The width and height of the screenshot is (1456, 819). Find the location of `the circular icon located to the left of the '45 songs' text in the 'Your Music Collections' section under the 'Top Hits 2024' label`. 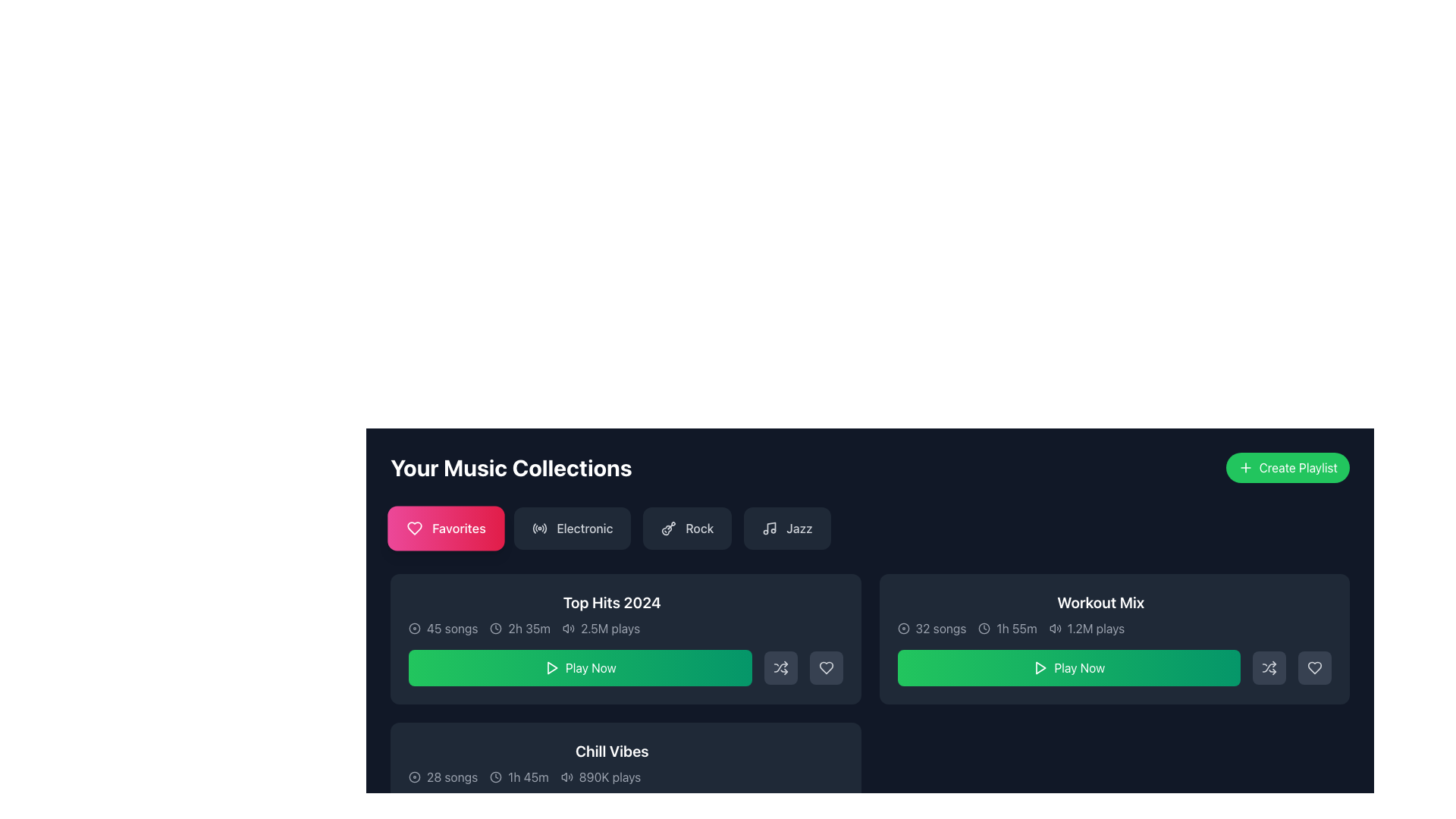

the circular icon located to the left of the '45 songs' text in the 'Your Music Collections' section under the 'Top Hits 2024' label is located at coordinates (415, 629).